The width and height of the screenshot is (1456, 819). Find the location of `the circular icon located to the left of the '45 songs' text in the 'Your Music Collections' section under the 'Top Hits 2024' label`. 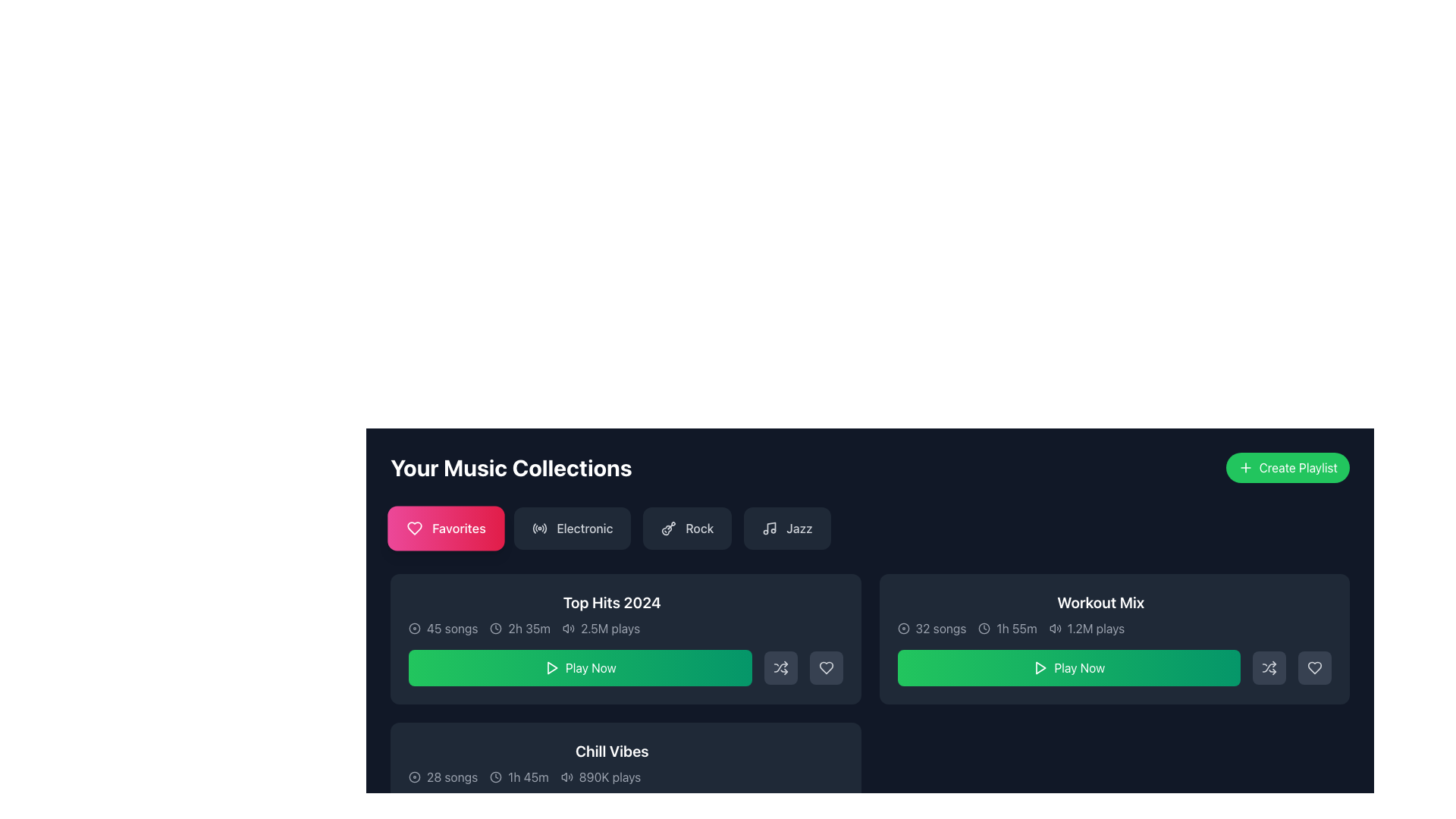

the circular icon located to the left of the '45 songs' text in the 'Your Music Collections' section under the 'Top Hits 2024' label is located at coordinates (415, 629).